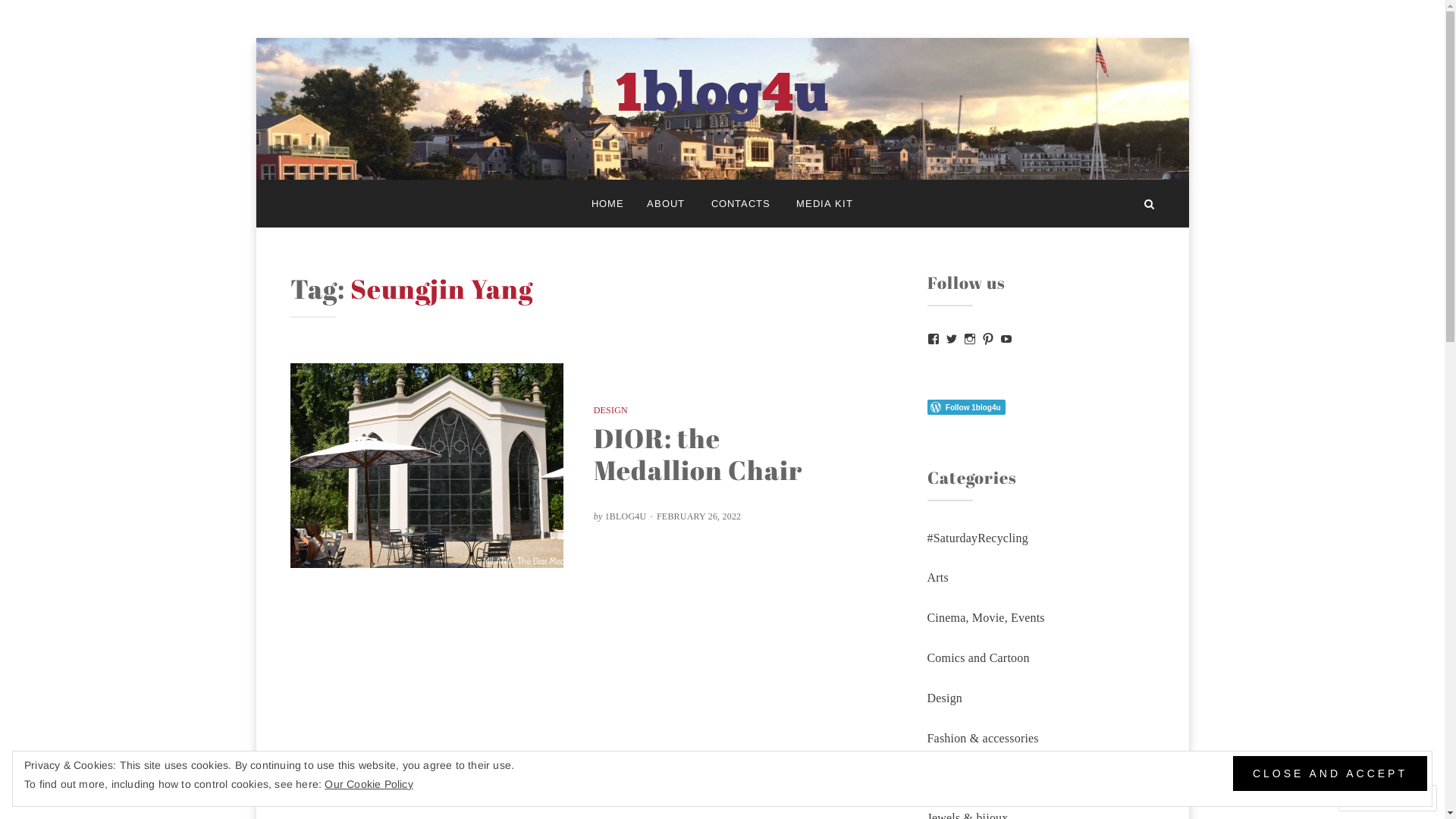 Image resolution: width=1456 pixels, height=819 pixels. What do you see at coordinates (607, 202) in the screenshot?
I see `'HOME'` at bounding box center [607, 202].